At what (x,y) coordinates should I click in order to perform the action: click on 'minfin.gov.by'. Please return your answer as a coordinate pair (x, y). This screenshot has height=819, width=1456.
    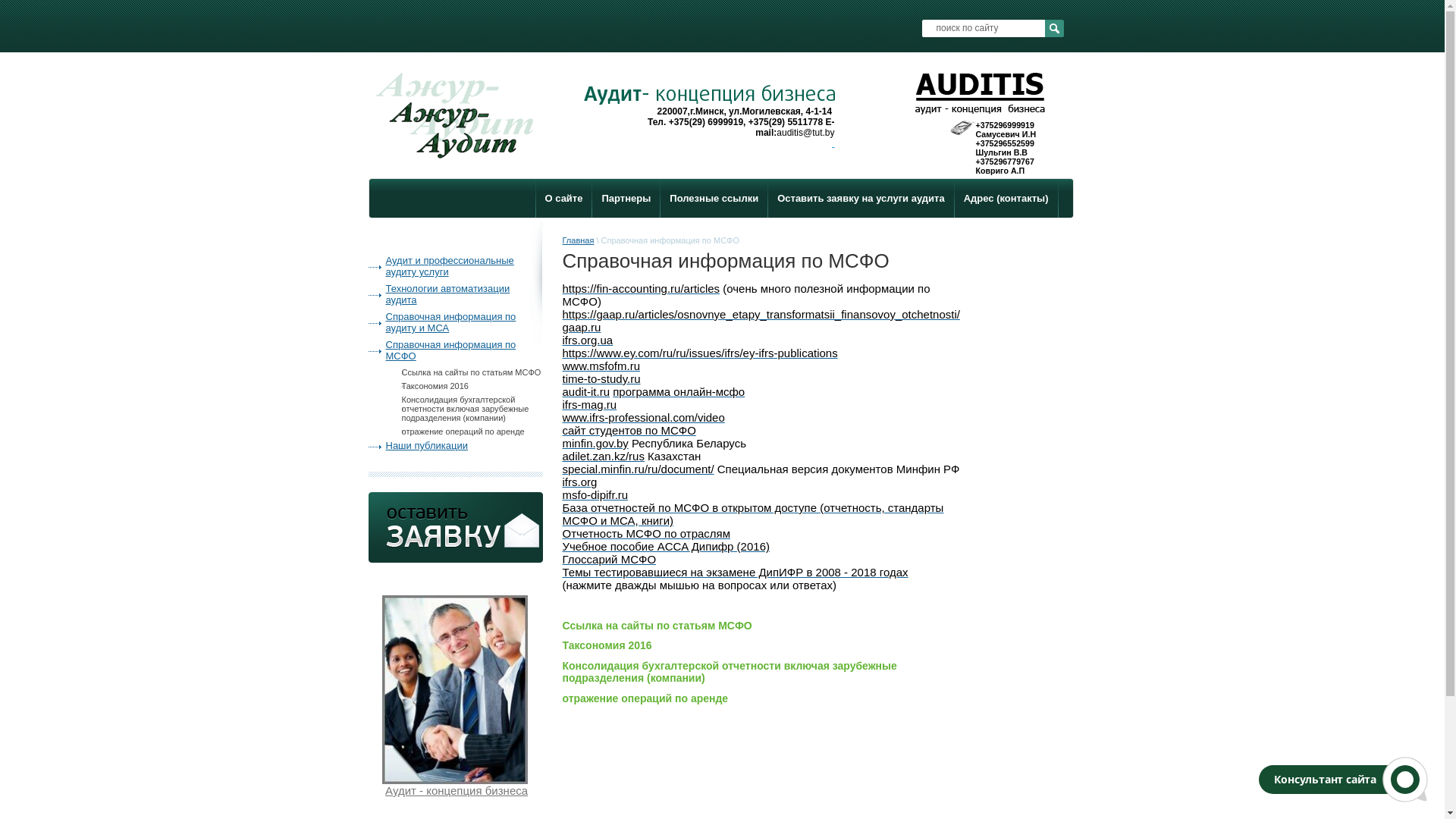
    Looking at the image, I should click on (595, 443).